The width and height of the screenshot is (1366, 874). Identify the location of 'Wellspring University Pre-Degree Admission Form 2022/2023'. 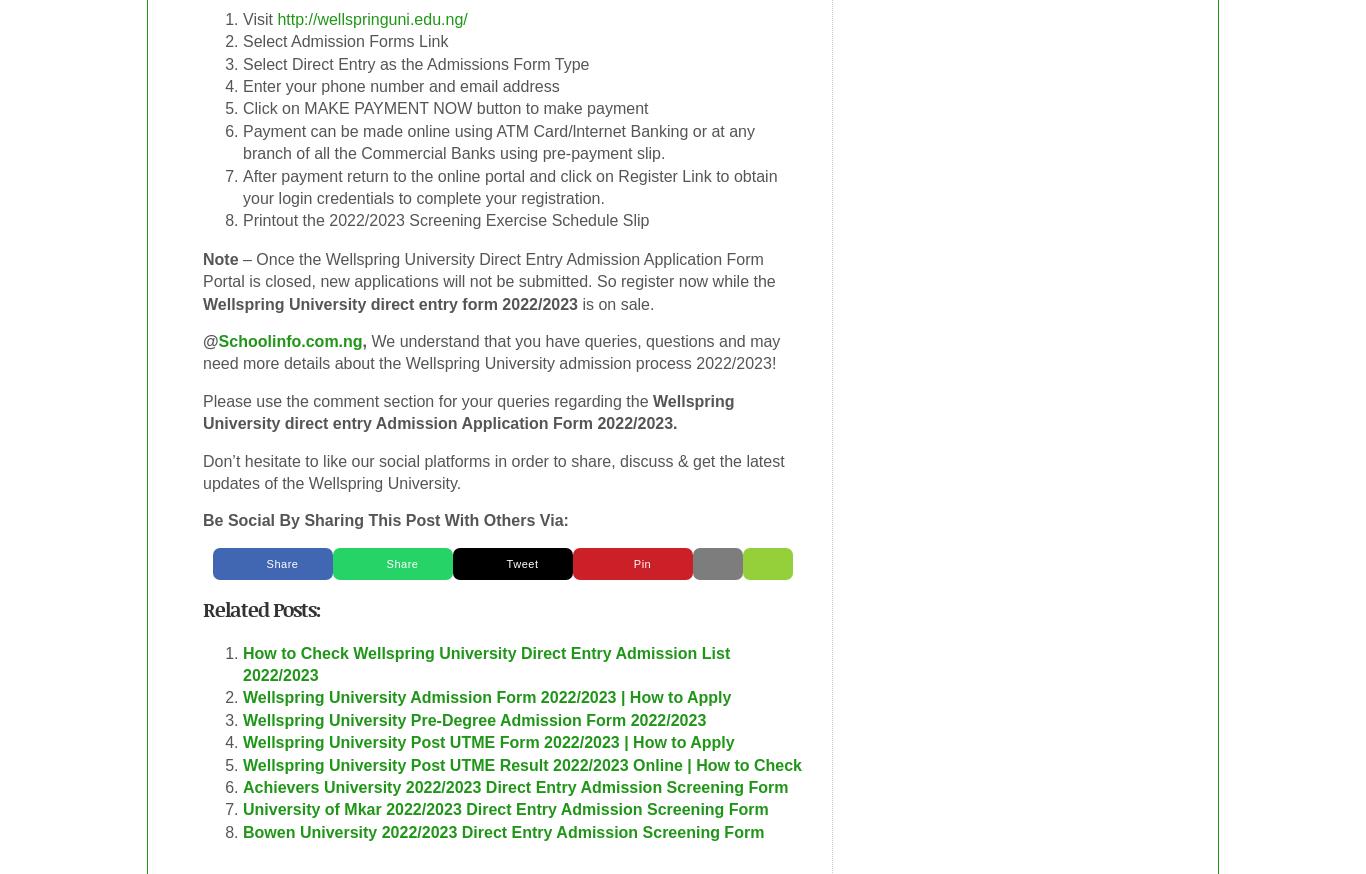
(474, 719).